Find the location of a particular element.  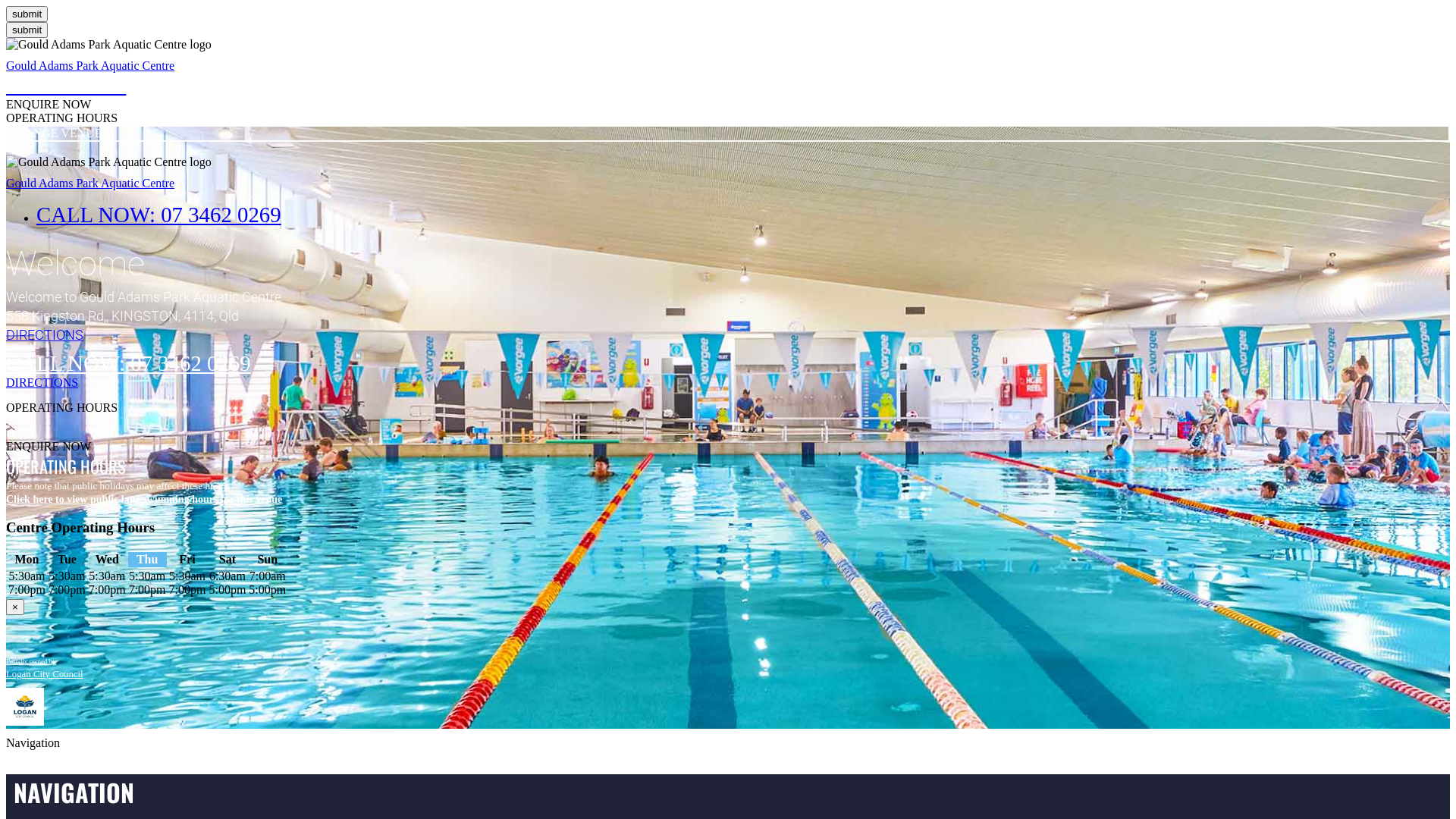

'CALL NOW: 07 3462 0269' is located at coordinates (128, 362).